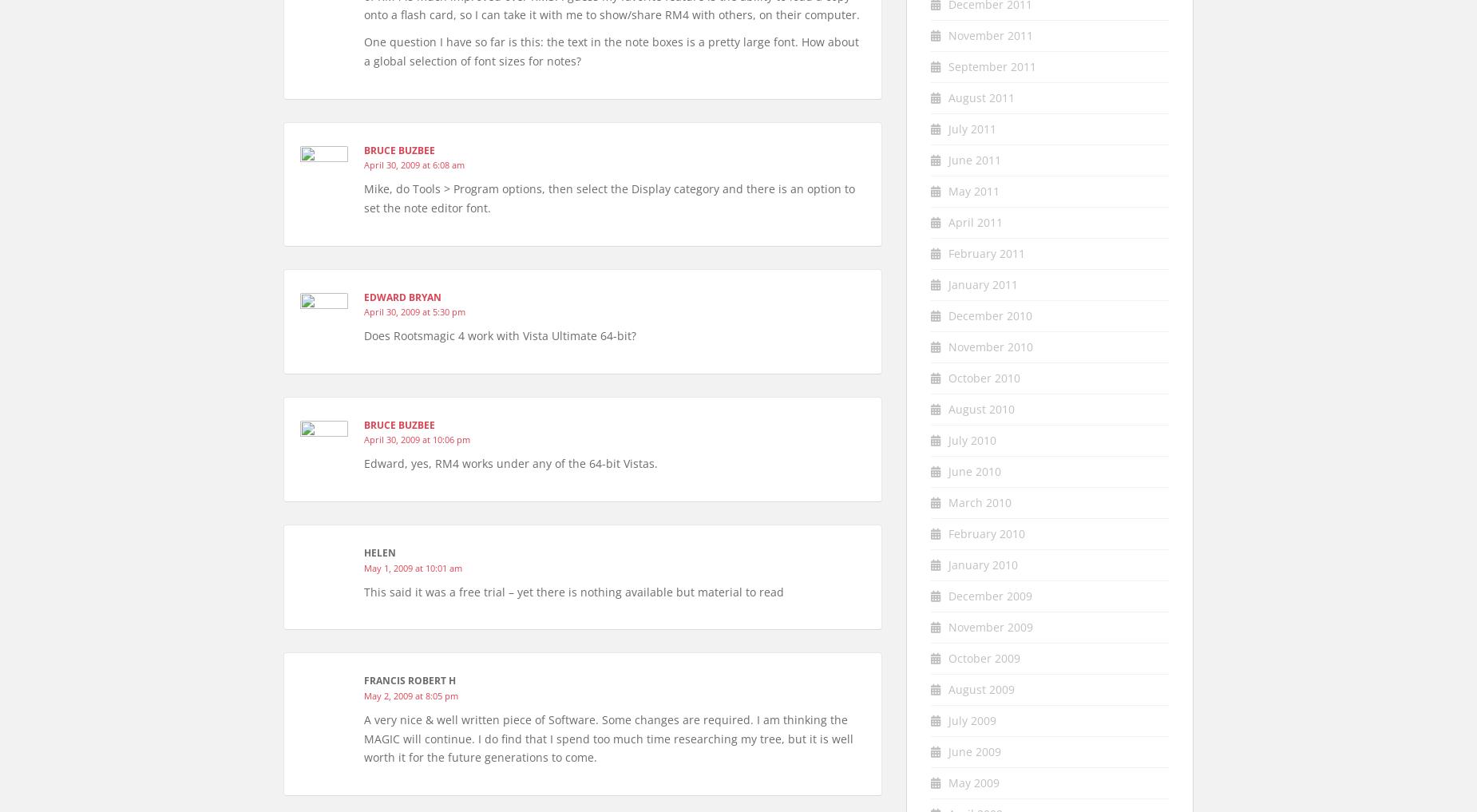 Image resolution: width=1477 pixels, height=812 pixels. I want to click on 'Edward, yes, RM4 works under any of the 64-bit Vistas.', so click(363, 462).